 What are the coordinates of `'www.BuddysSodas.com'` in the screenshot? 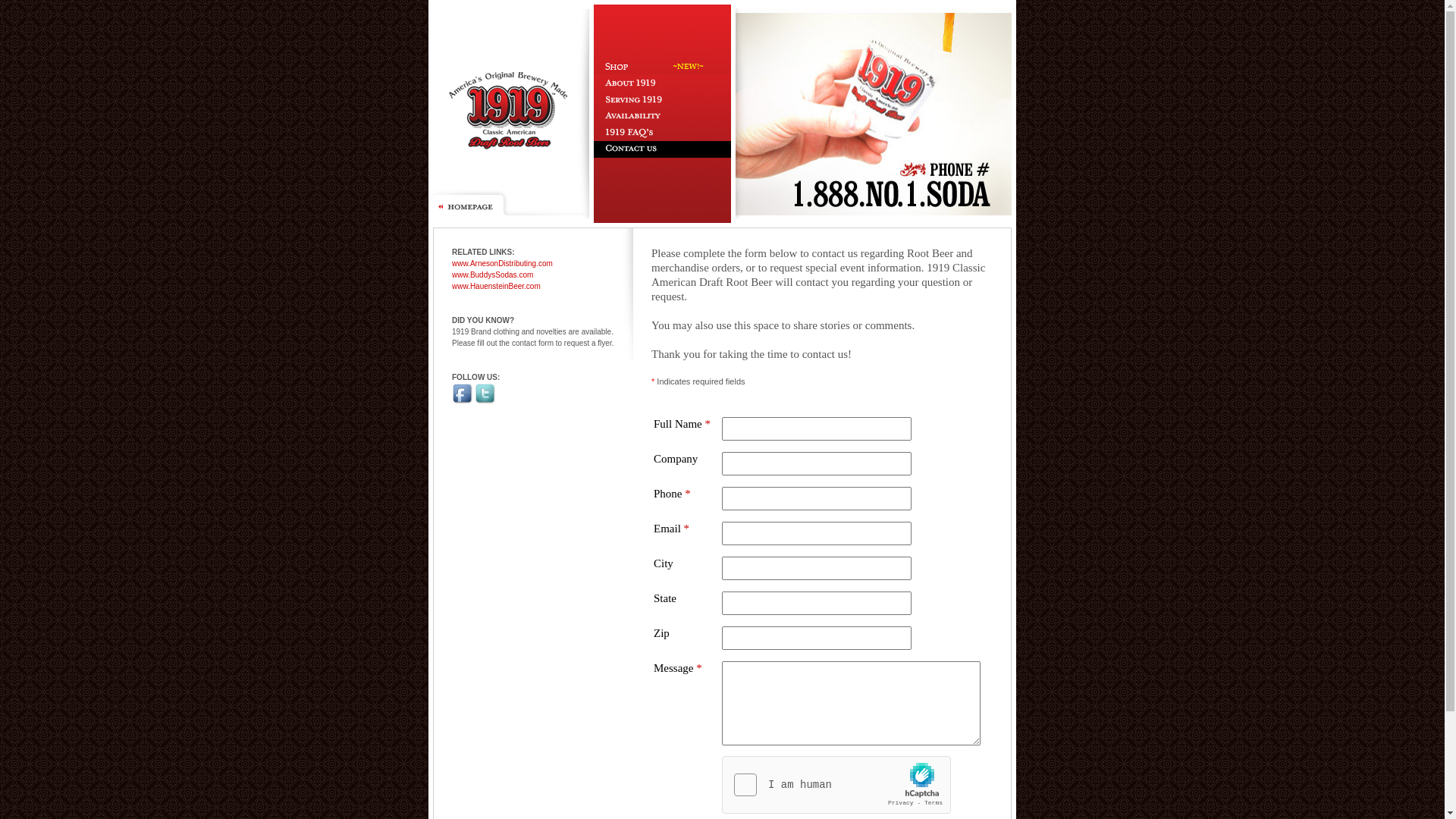 It's located at (492, 275).